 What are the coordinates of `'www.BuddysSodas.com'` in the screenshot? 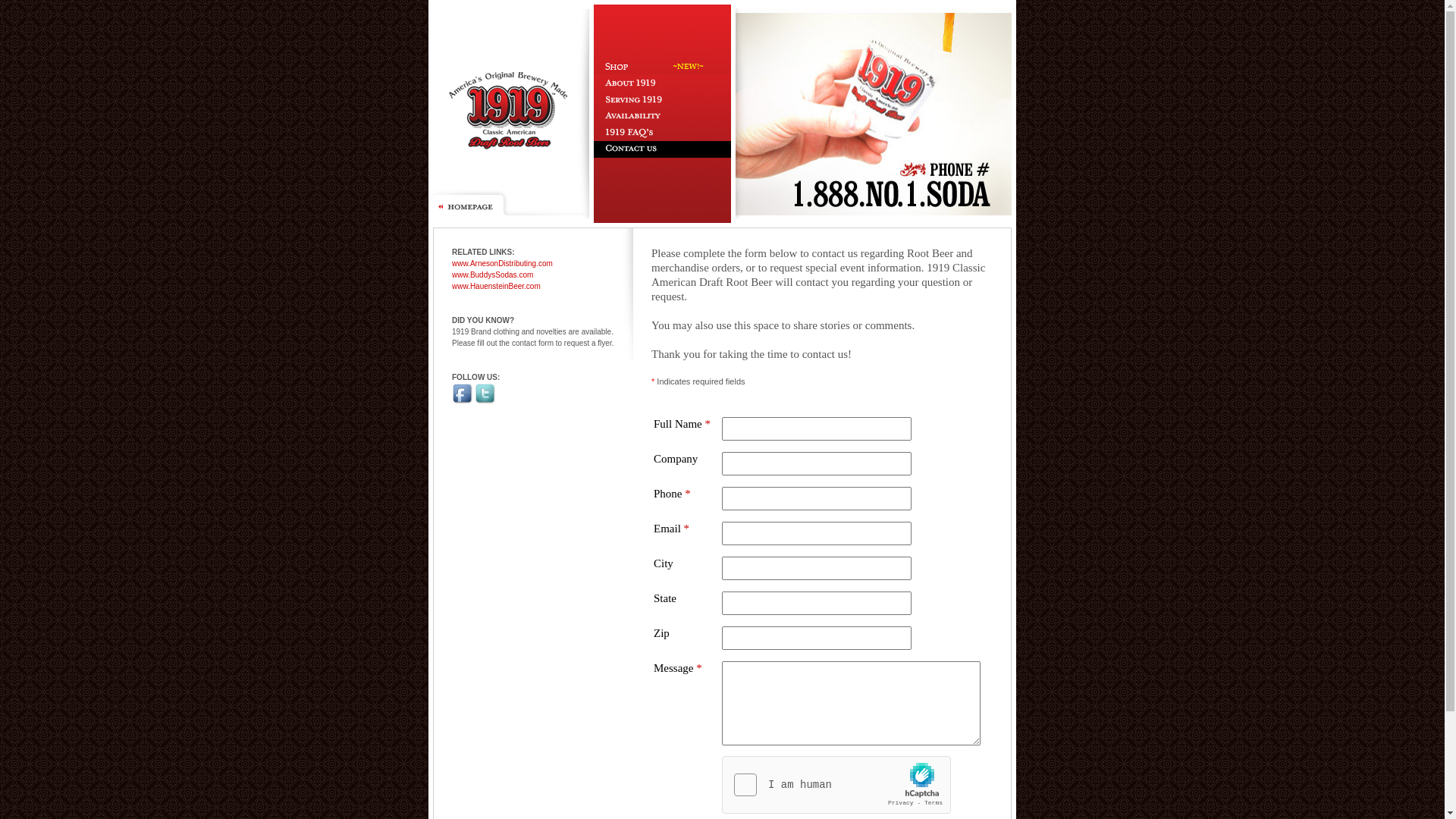 It's located at (492, 275).